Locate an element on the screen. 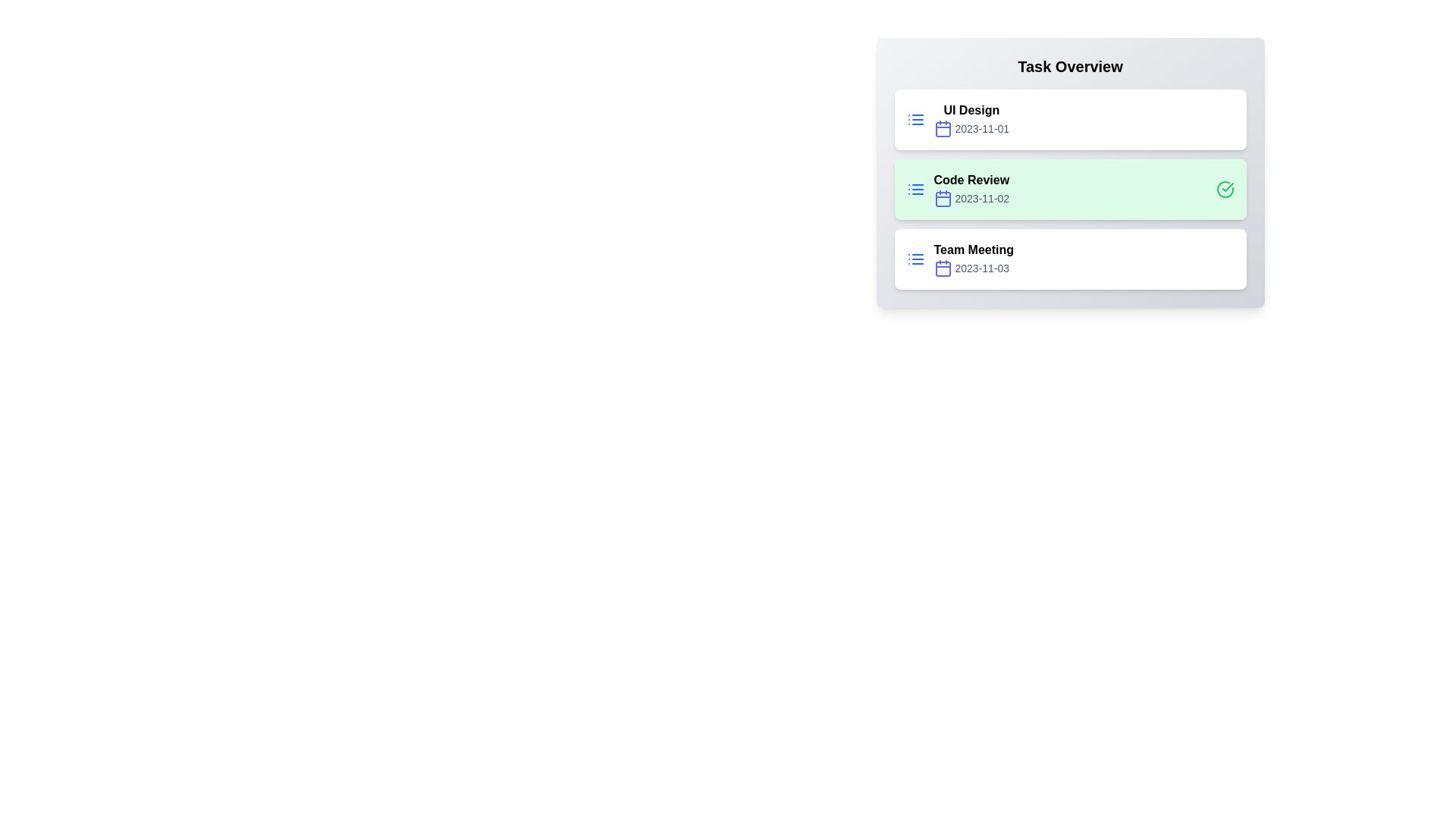 This screenshot has width=1456, height=819. the task UI Design to edit its details is located at coordinates (957, 119).